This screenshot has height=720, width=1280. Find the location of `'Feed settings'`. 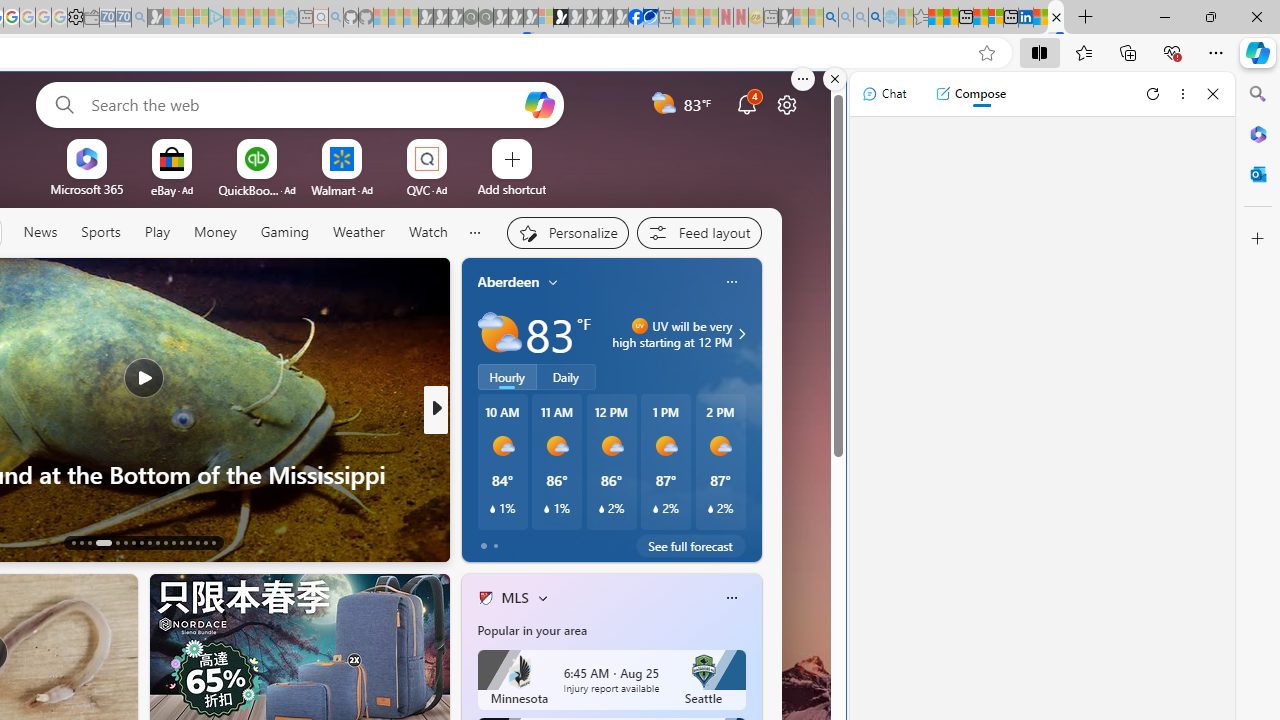

'Feed settings' is located at coordinates (698, 231).